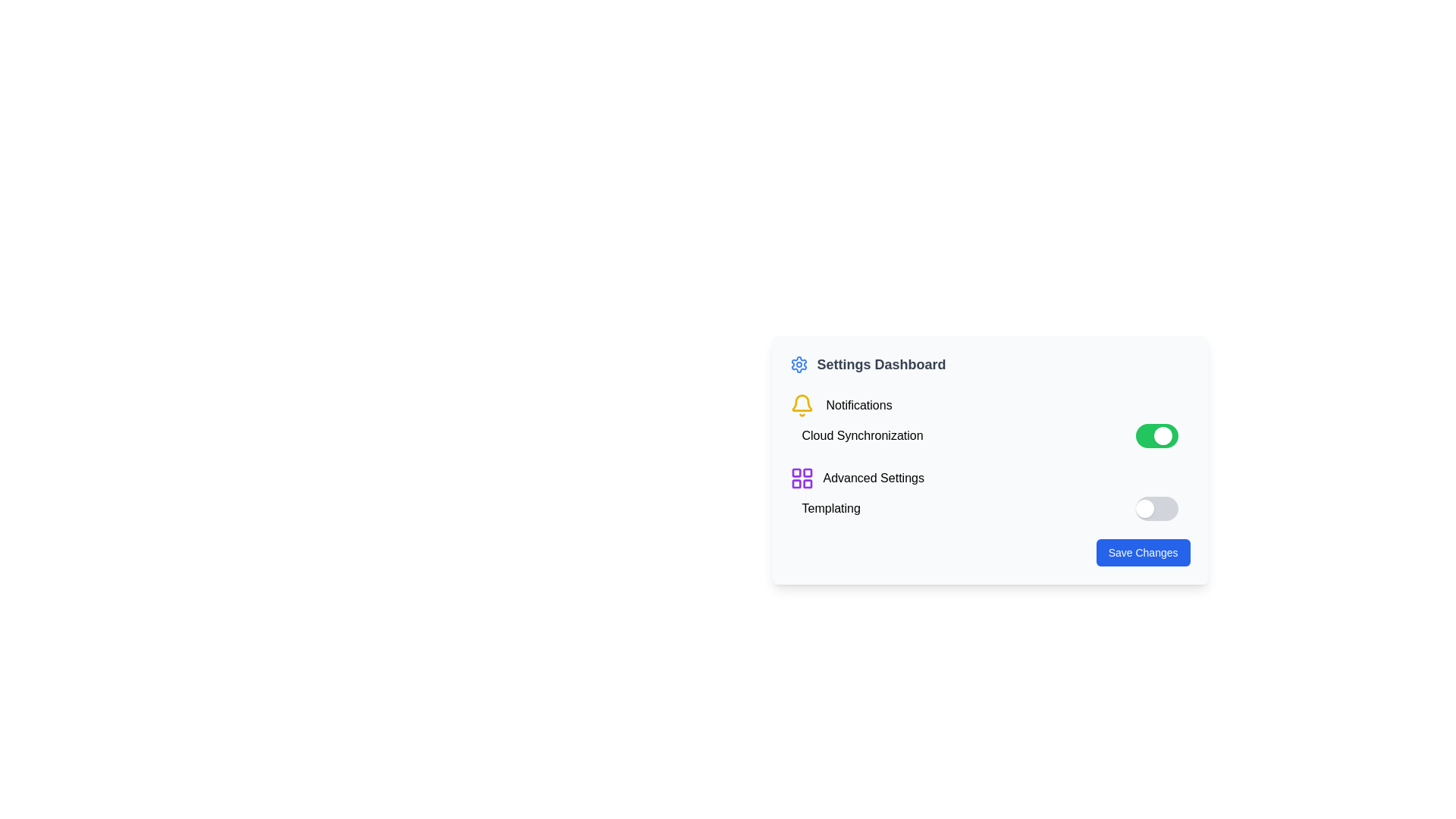 The image size is (1456, 819). I want to click on the graphical icon representing advanced settings located in the third row of the menu items, just before the label 'Advanced Settings', so click(801, 479).